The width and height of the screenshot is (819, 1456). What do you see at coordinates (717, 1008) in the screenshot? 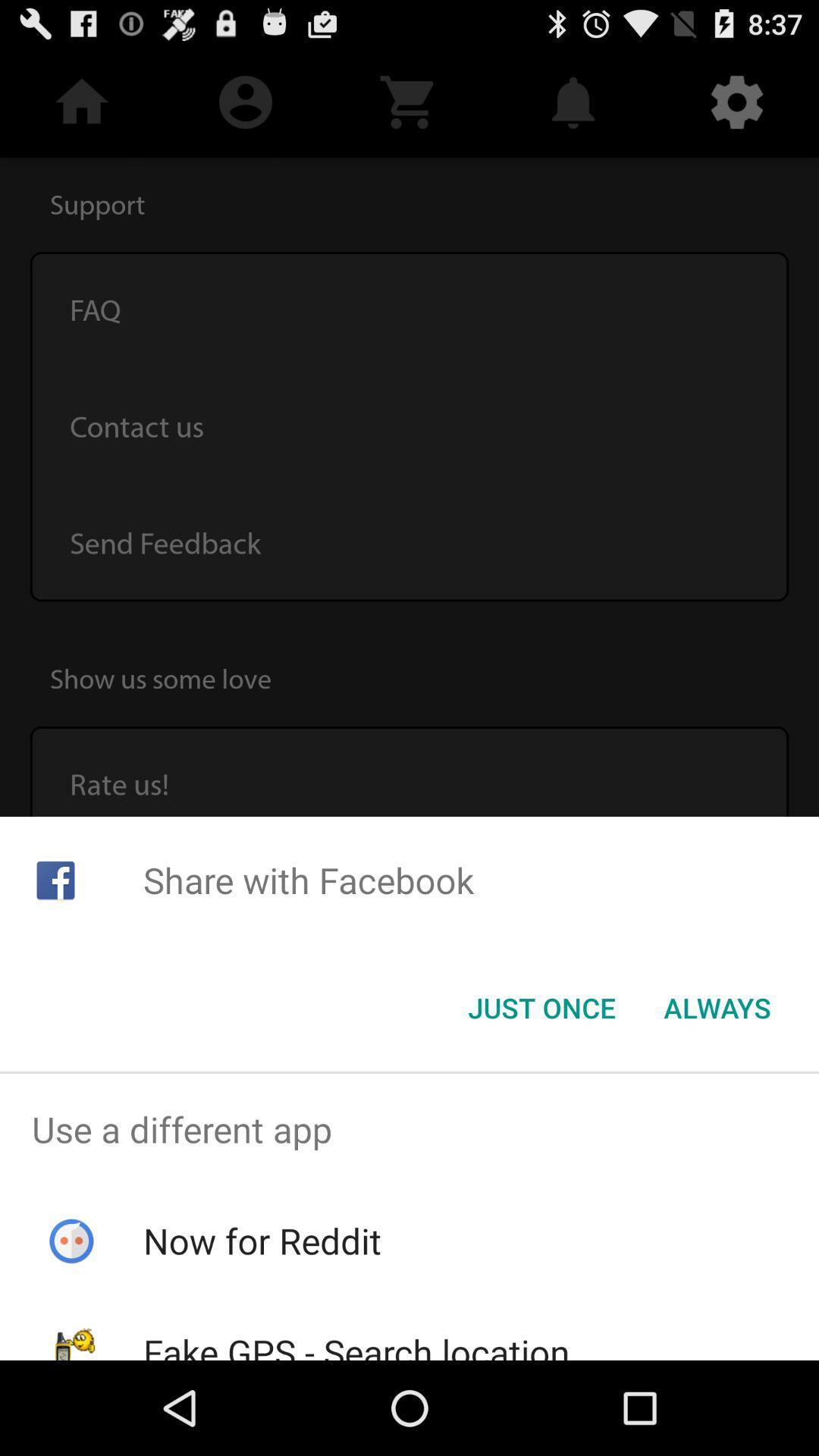
I see `item next to just once item` at bounding box center [717, 1008].